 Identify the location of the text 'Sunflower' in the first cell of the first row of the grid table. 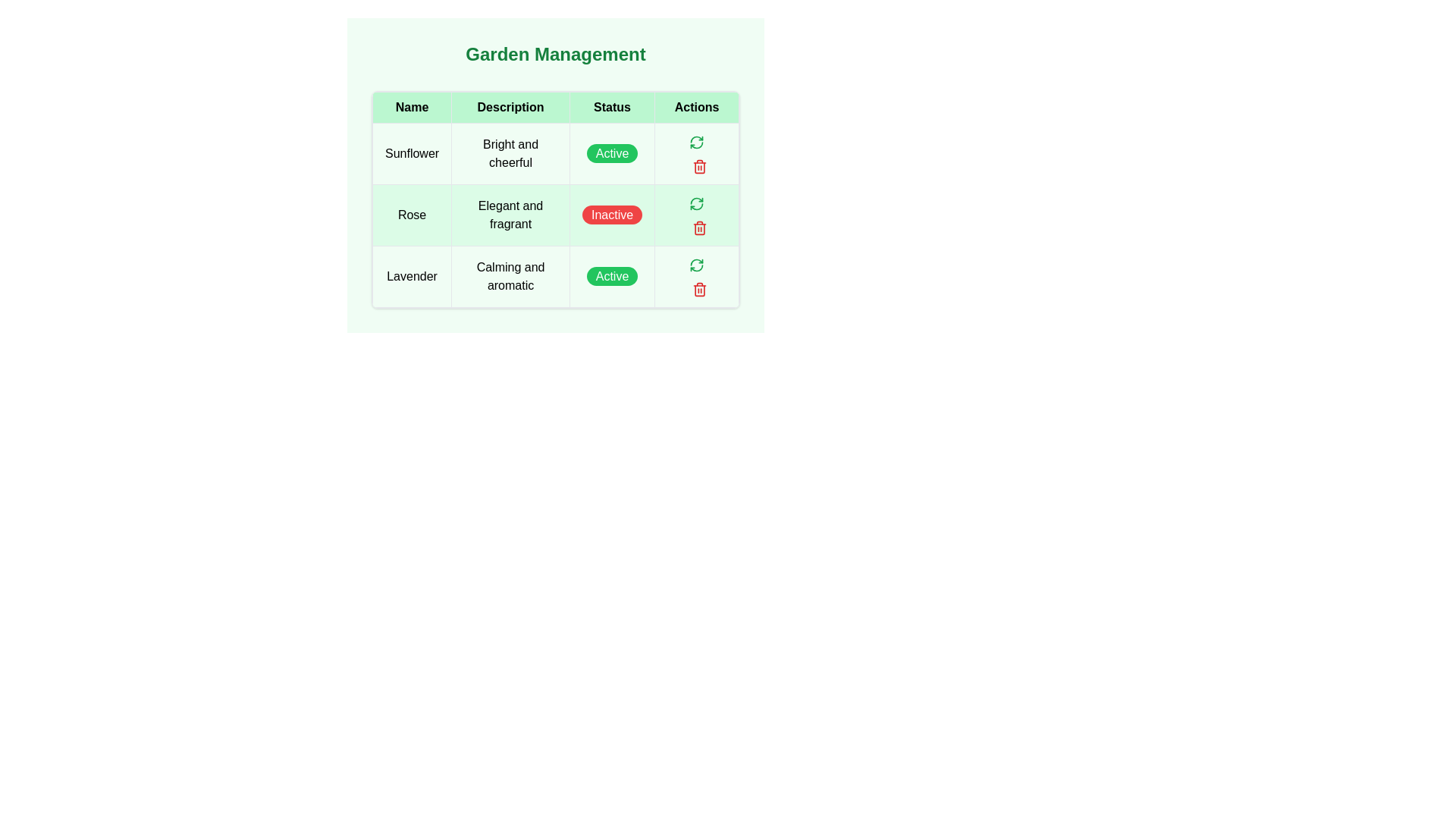
(412, 154).